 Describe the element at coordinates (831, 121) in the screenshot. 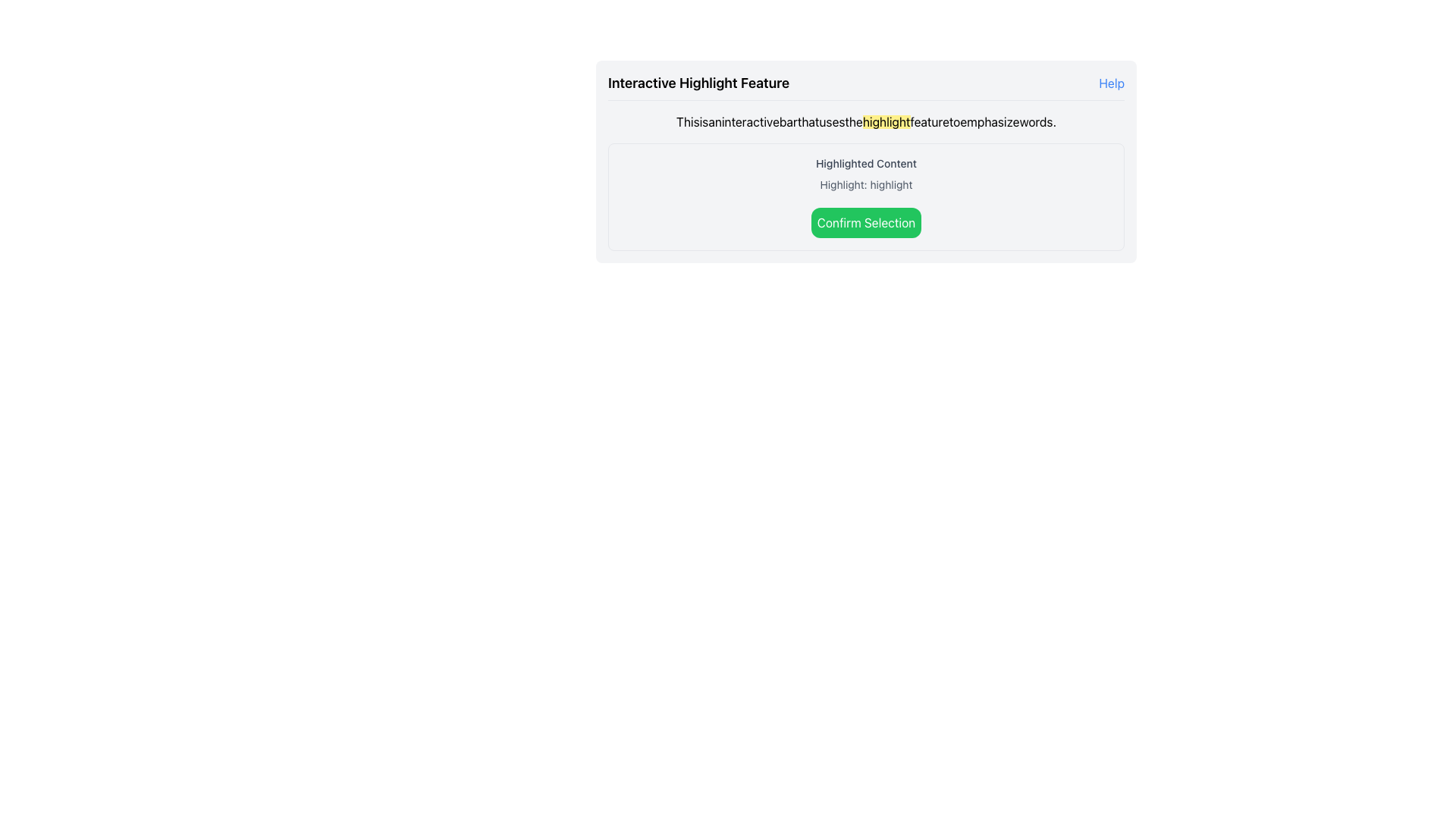

I see `the word 'uses' in the sentence that explains the interactive bar's highlight feature` at that location.